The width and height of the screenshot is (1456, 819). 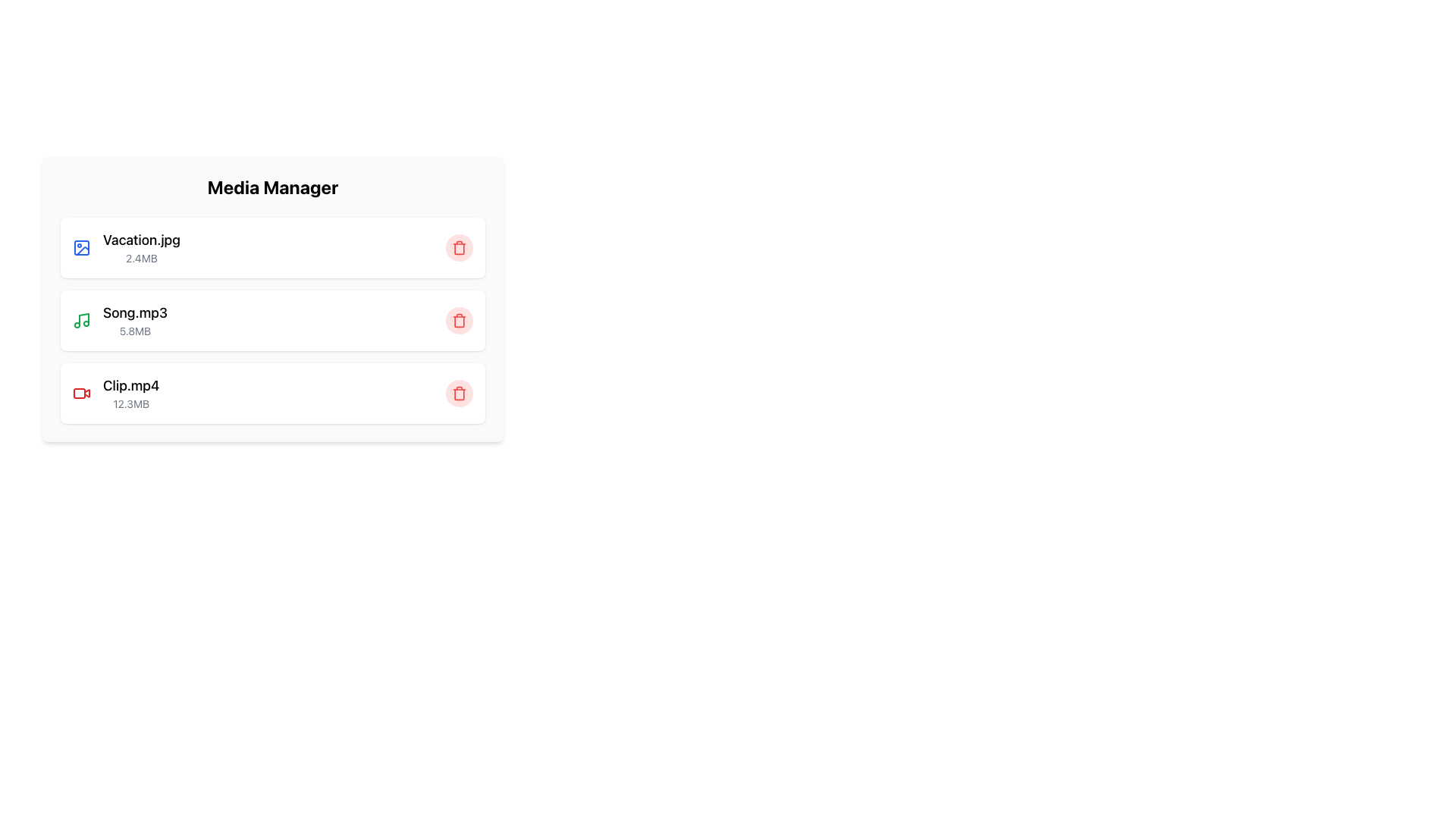 I want to click on the File item descriptor labeled 'Clip.mp4' with the size '12.3MB', so click(x=115, y=393).